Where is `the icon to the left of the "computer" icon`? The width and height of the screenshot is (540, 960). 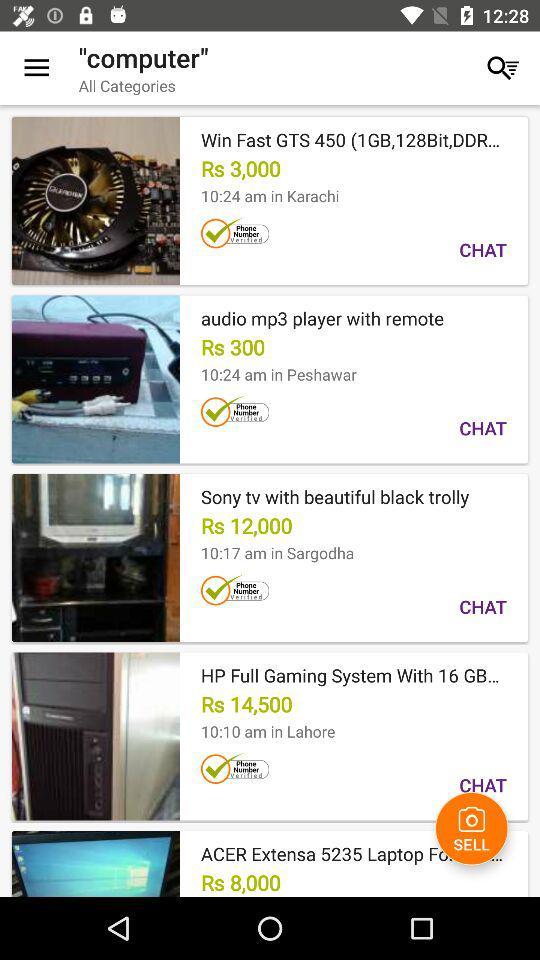
the icon to the left of the "computer" icon is located at coordinates (36, 68).